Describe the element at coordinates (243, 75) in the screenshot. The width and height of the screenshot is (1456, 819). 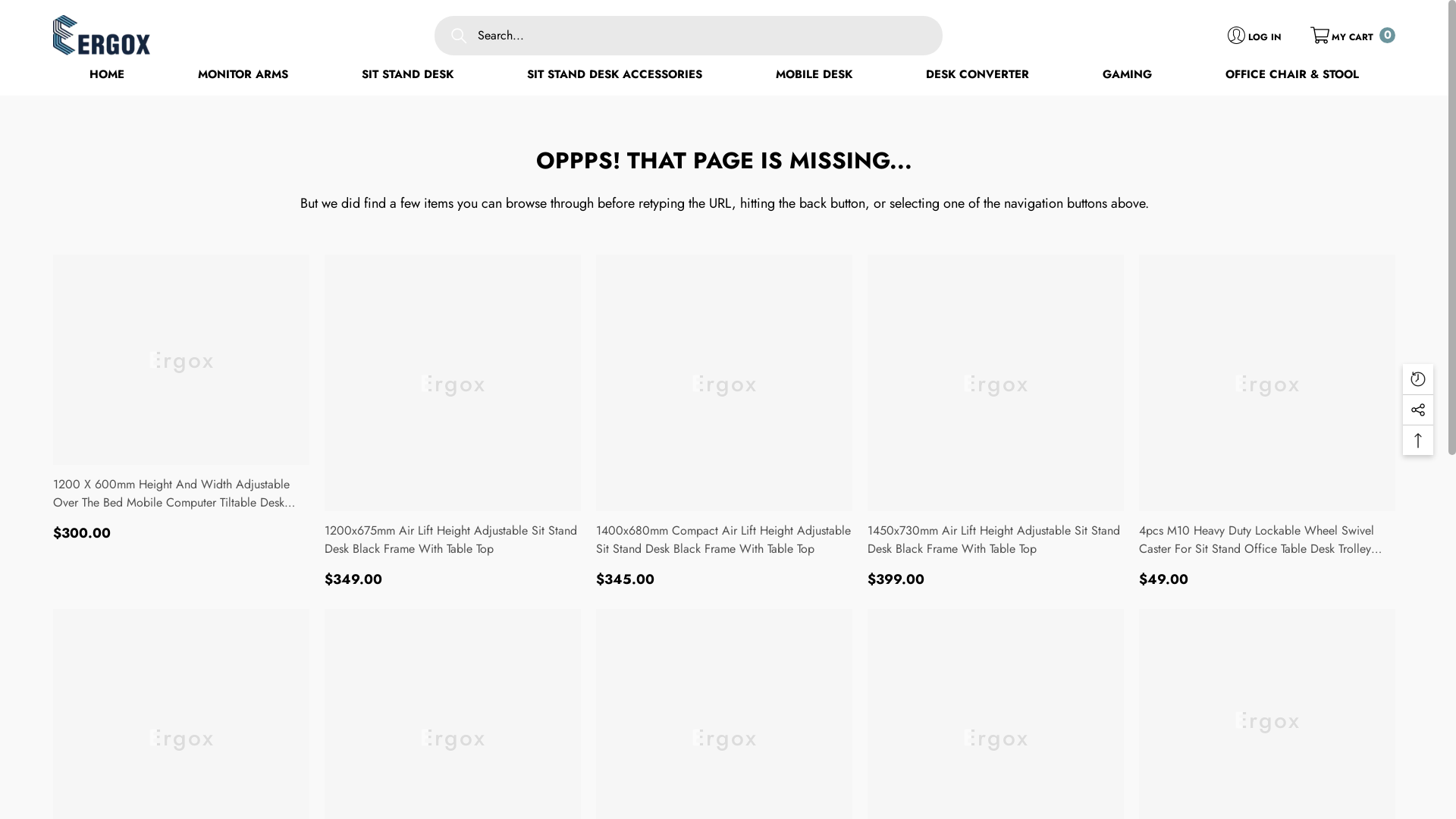
I see `'MONITOR ARMS'` at that location.